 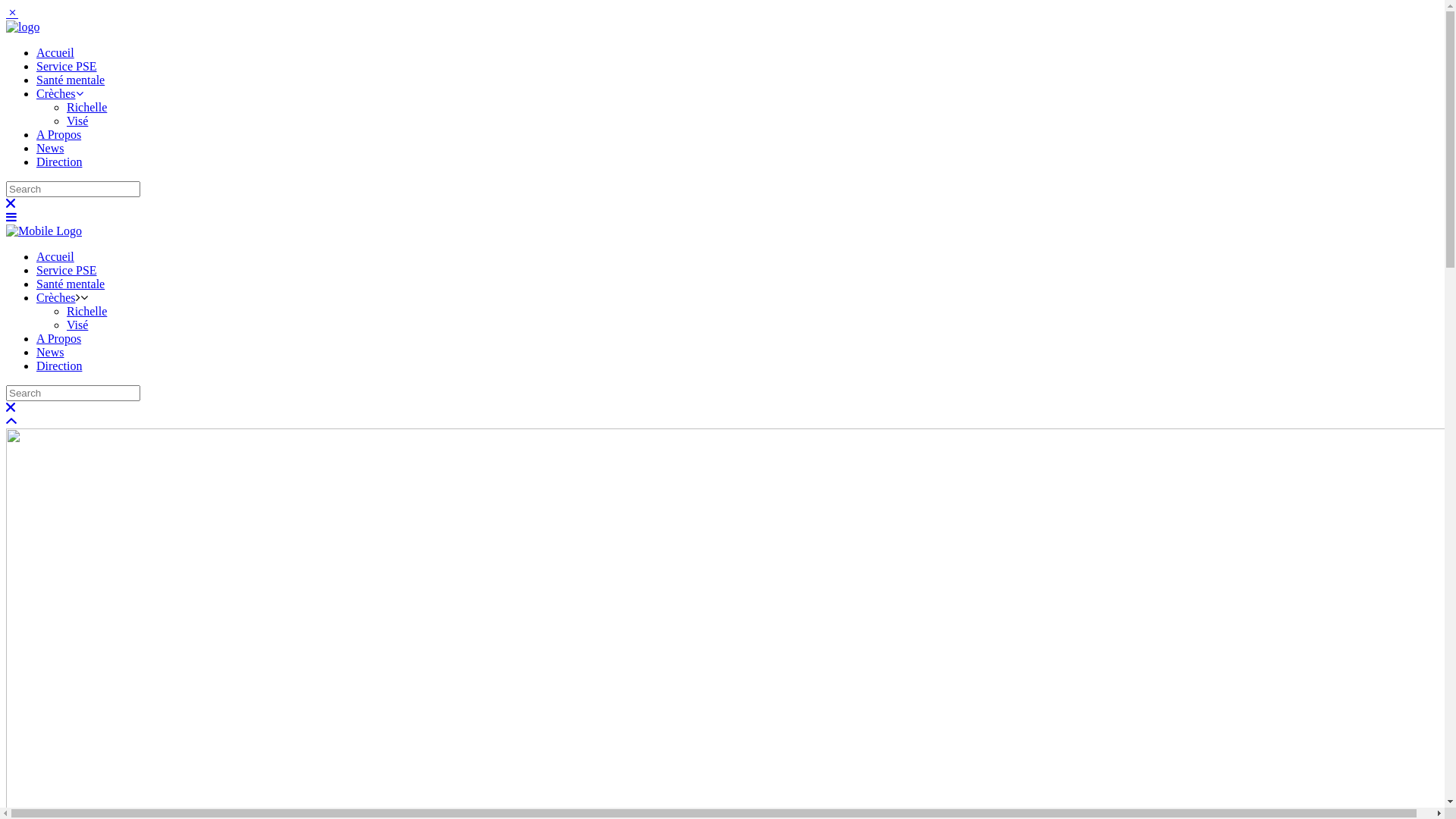 I want to click on 'News', so click(x=50, y=352).